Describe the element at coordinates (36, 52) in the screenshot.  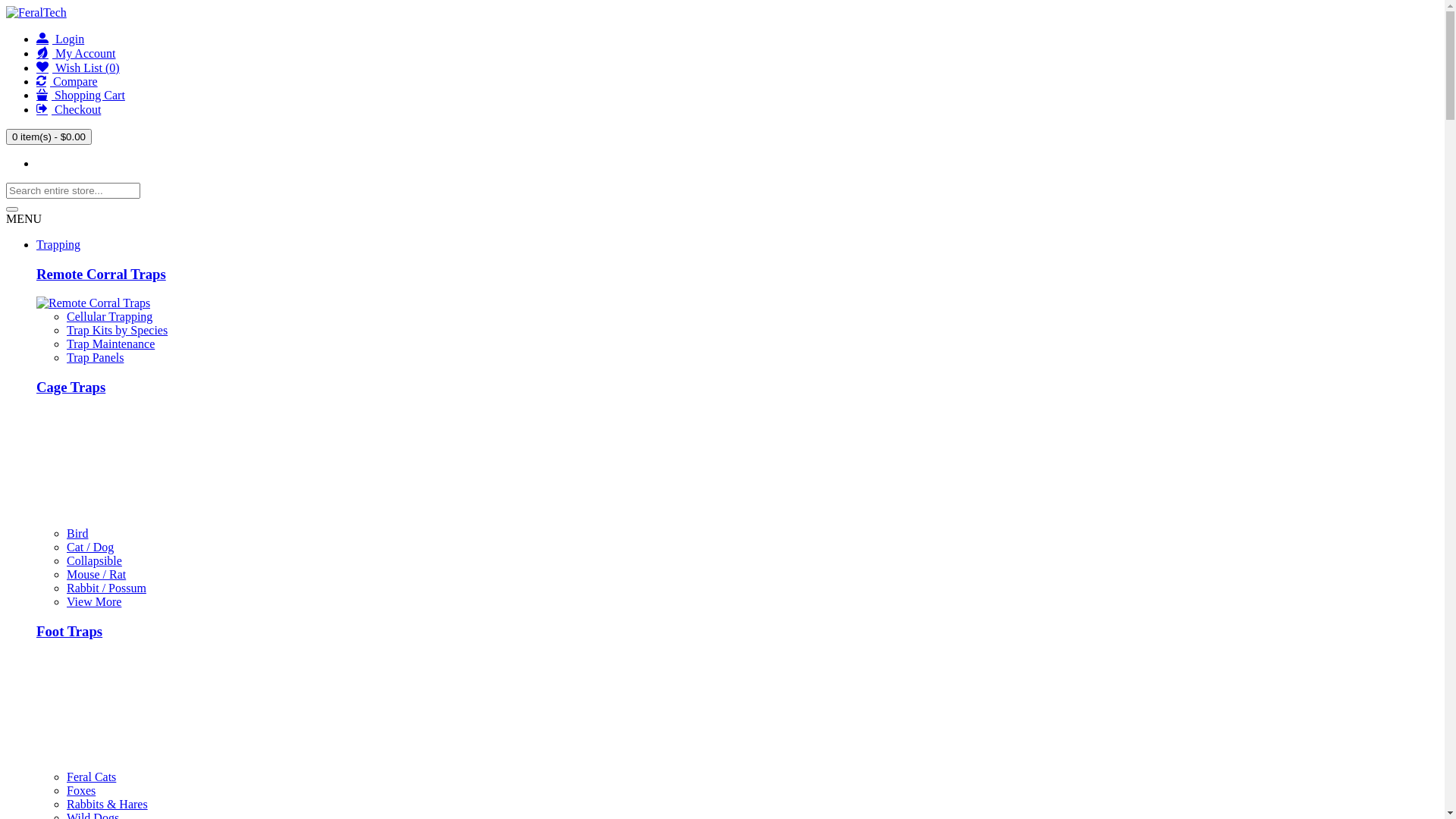
I see `'My Account'` at that location.